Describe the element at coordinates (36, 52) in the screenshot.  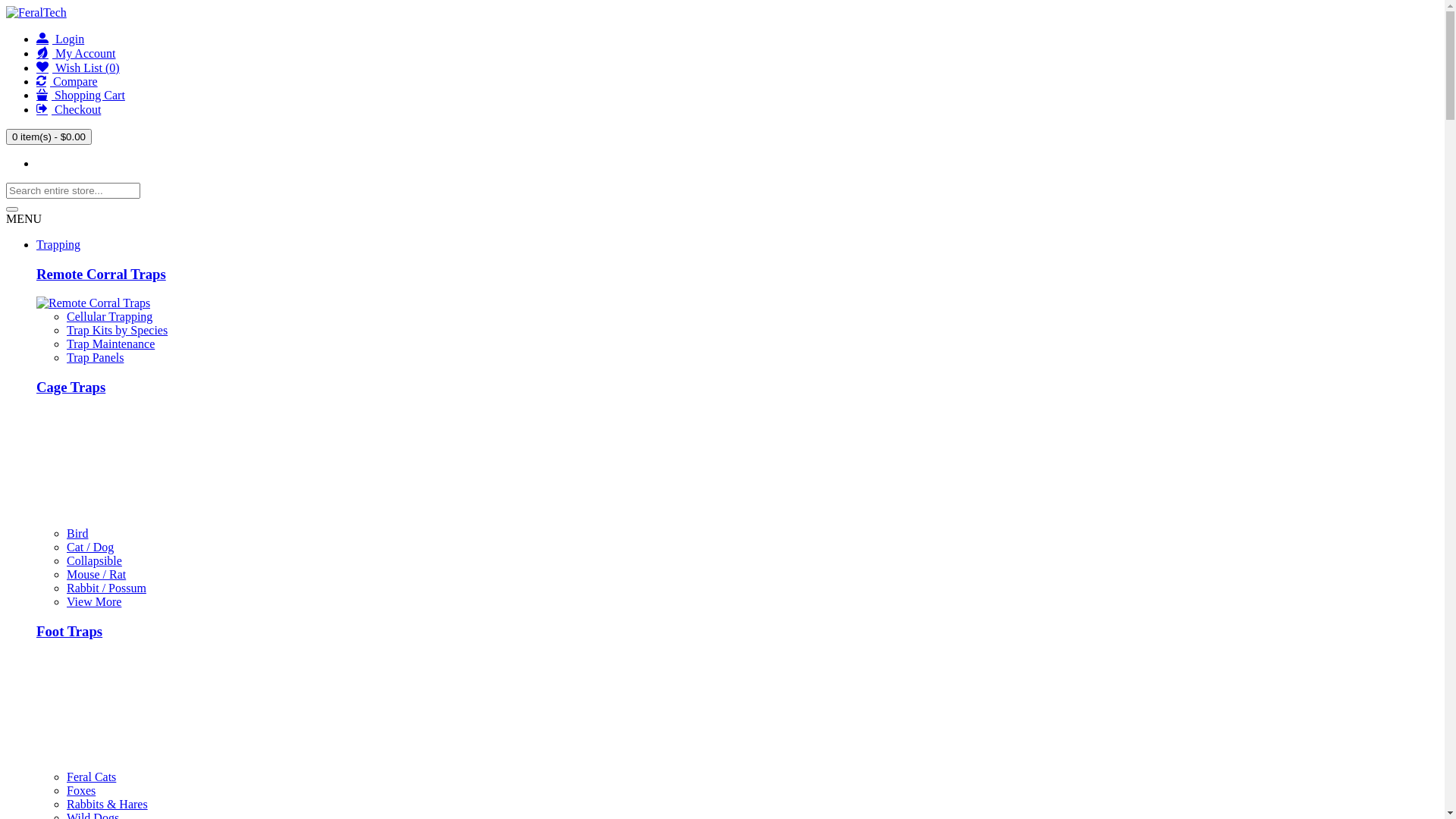
I see `'My Account'` at that location.